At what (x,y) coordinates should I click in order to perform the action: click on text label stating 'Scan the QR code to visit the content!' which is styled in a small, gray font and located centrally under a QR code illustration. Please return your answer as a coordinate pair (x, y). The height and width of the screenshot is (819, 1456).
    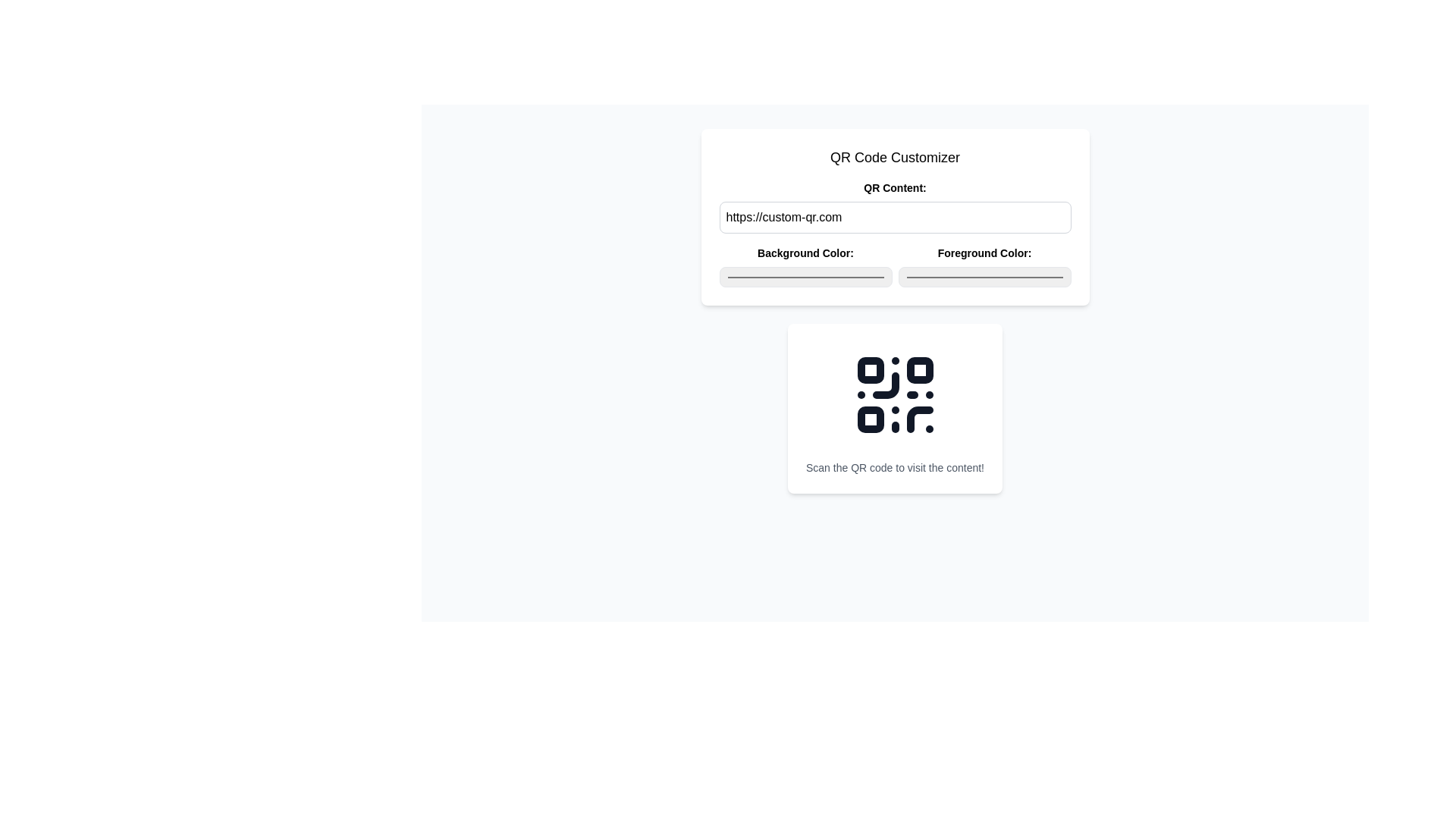
    Looking at the image, I should click on (895, 467).